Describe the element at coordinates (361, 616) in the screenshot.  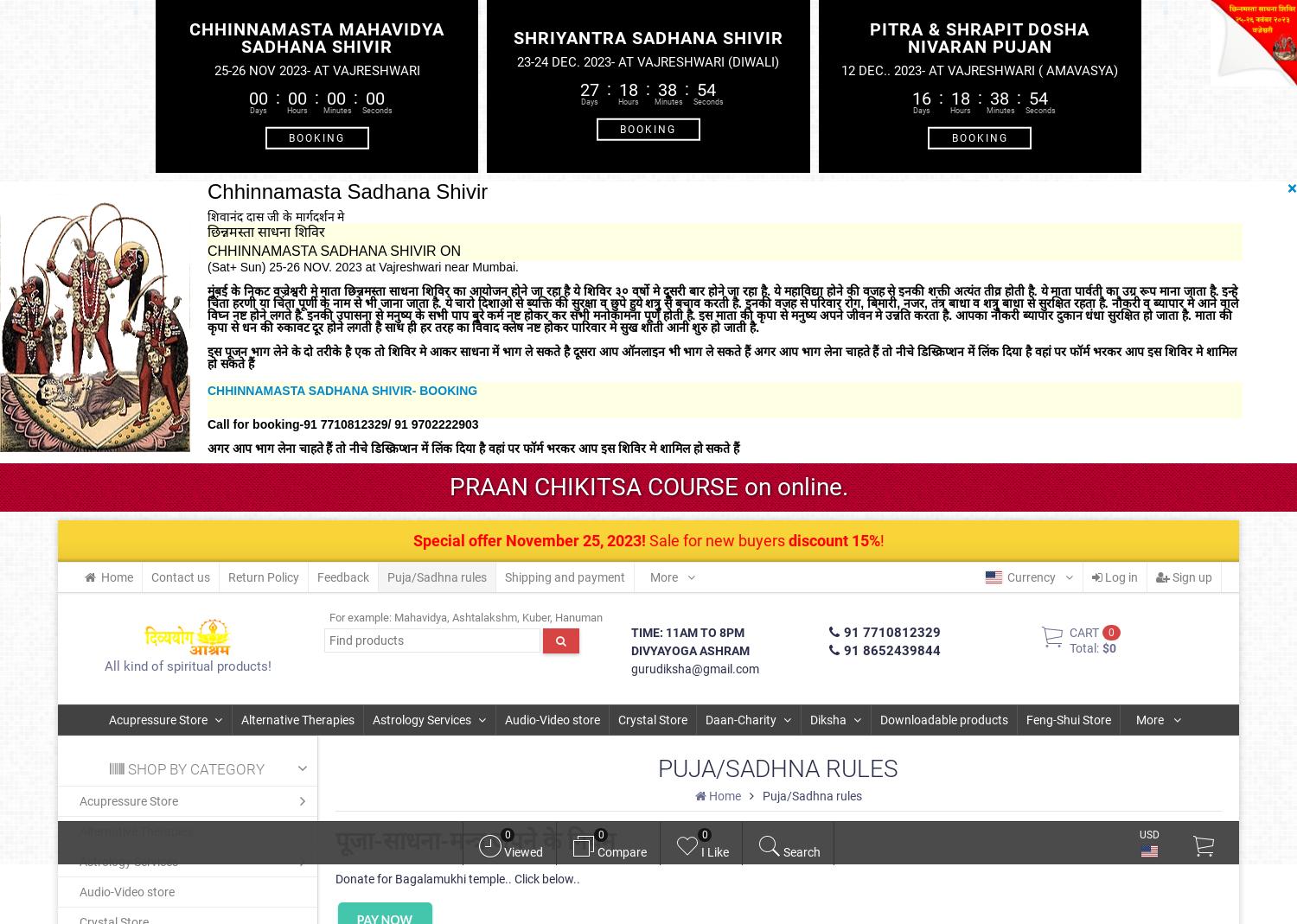
I see `'For example:'` at that location.